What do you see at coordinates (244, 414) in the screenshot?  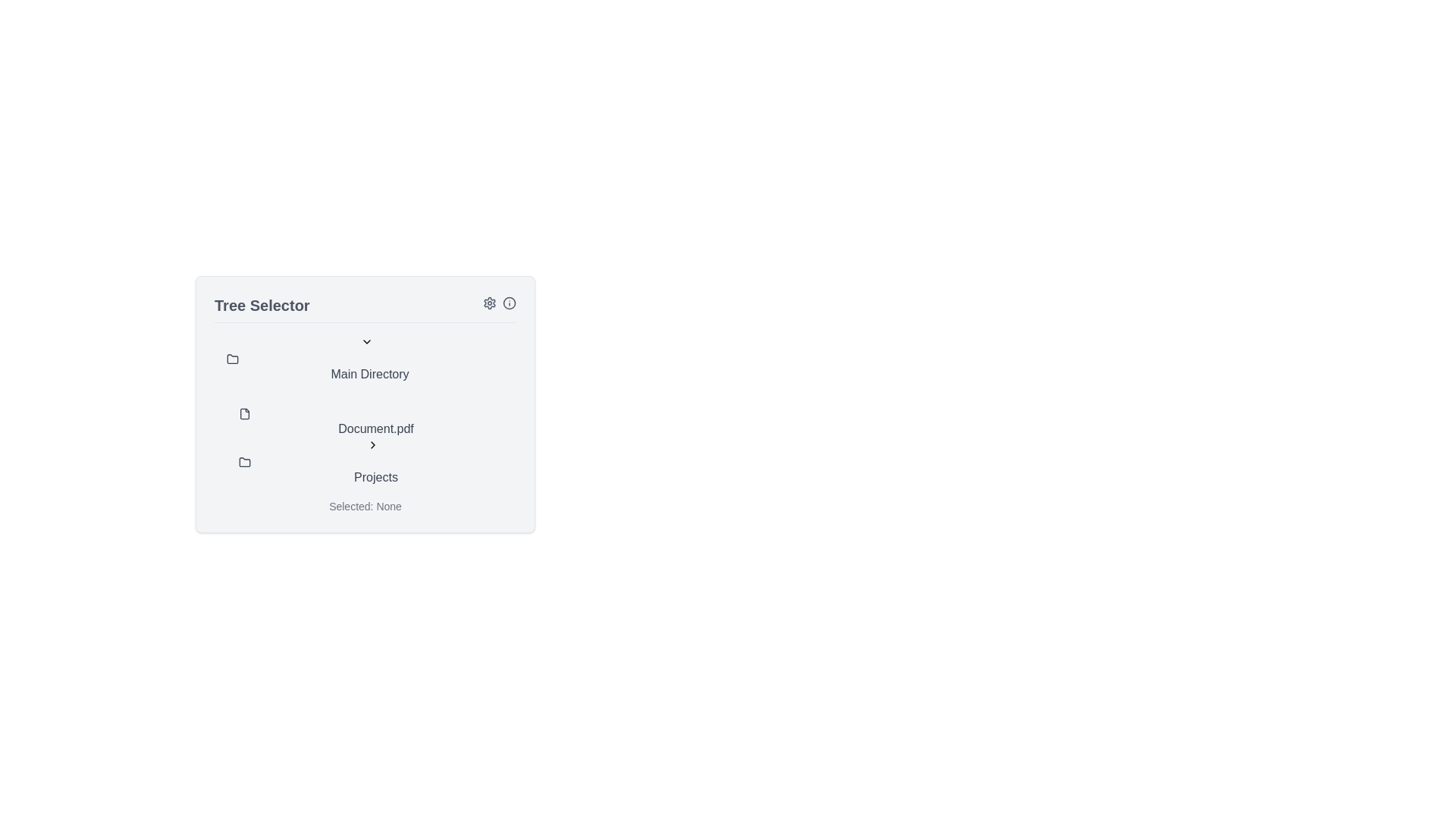 I see `the file icon representing 'Document.pdf' in the hierarchical tree selector, which is styled with a border and subtle shadowing` at bounding box center [244, 414].